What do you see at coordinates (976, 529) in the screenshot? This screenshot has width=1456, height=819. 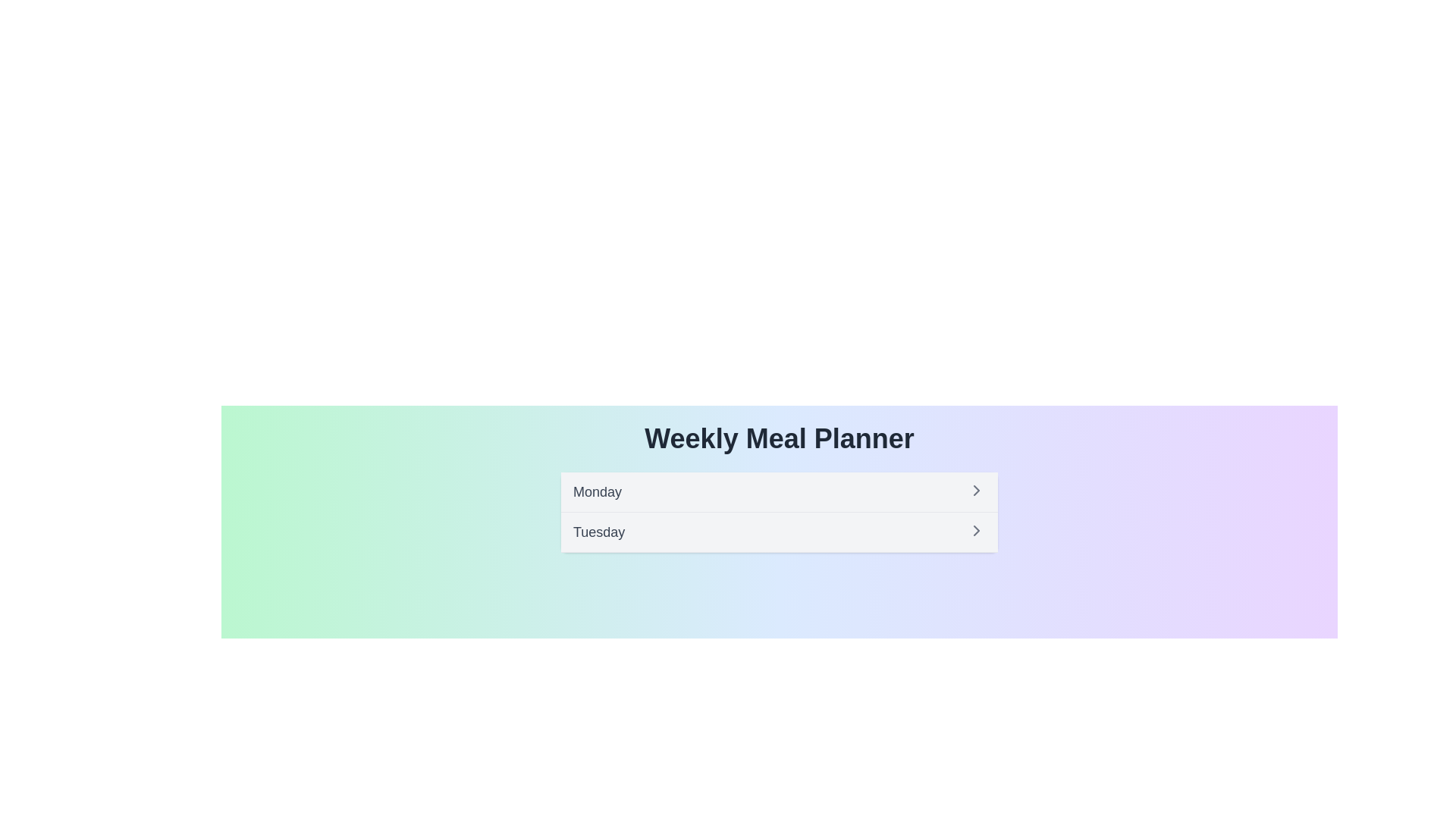 I see `the rightwards-pointing chevron icon associated with the second list item labeled 'Tuesday'` at bounding box center [976, 529].